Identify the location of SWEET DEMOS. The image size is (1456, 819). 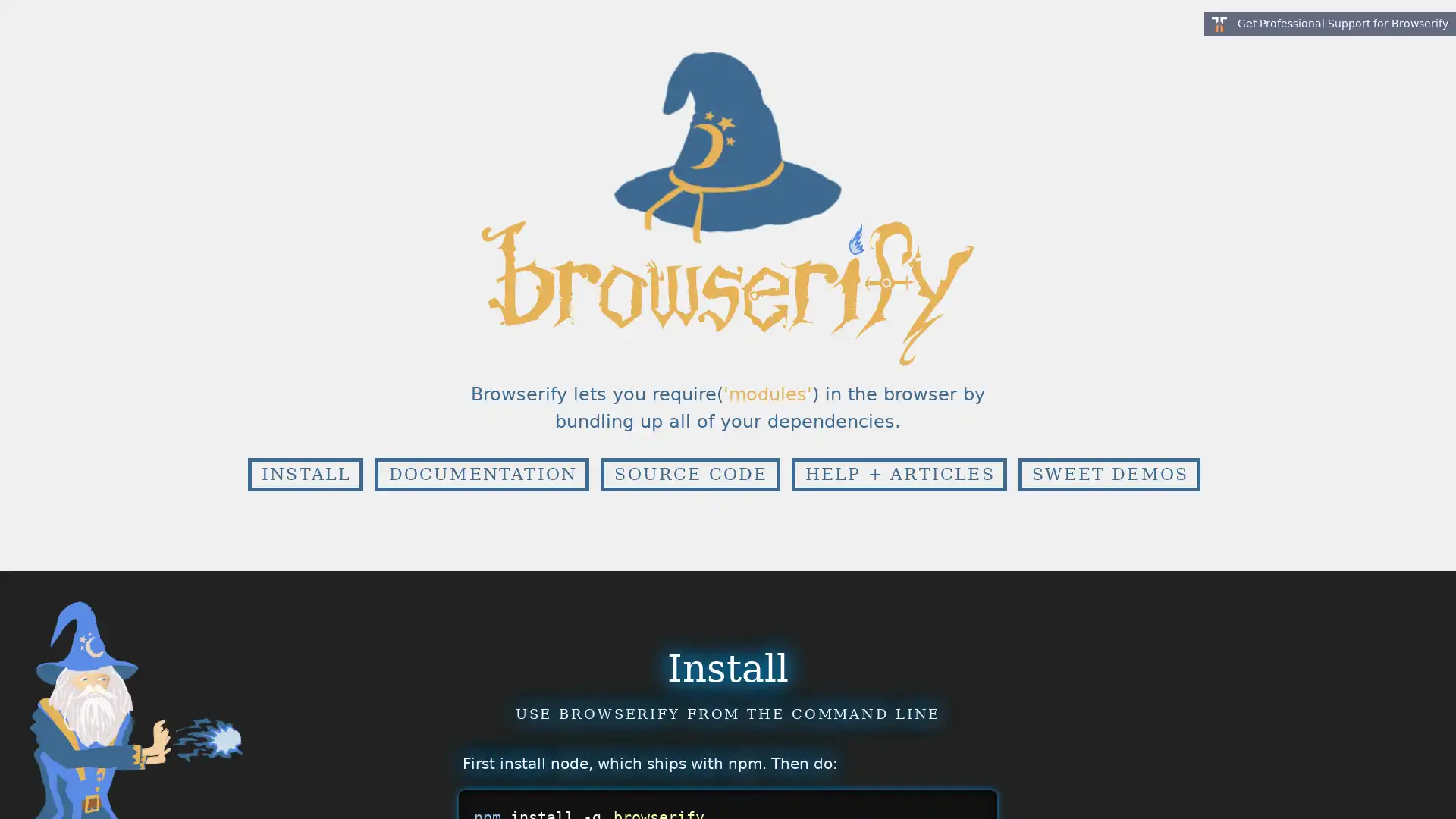
(1109, 473).